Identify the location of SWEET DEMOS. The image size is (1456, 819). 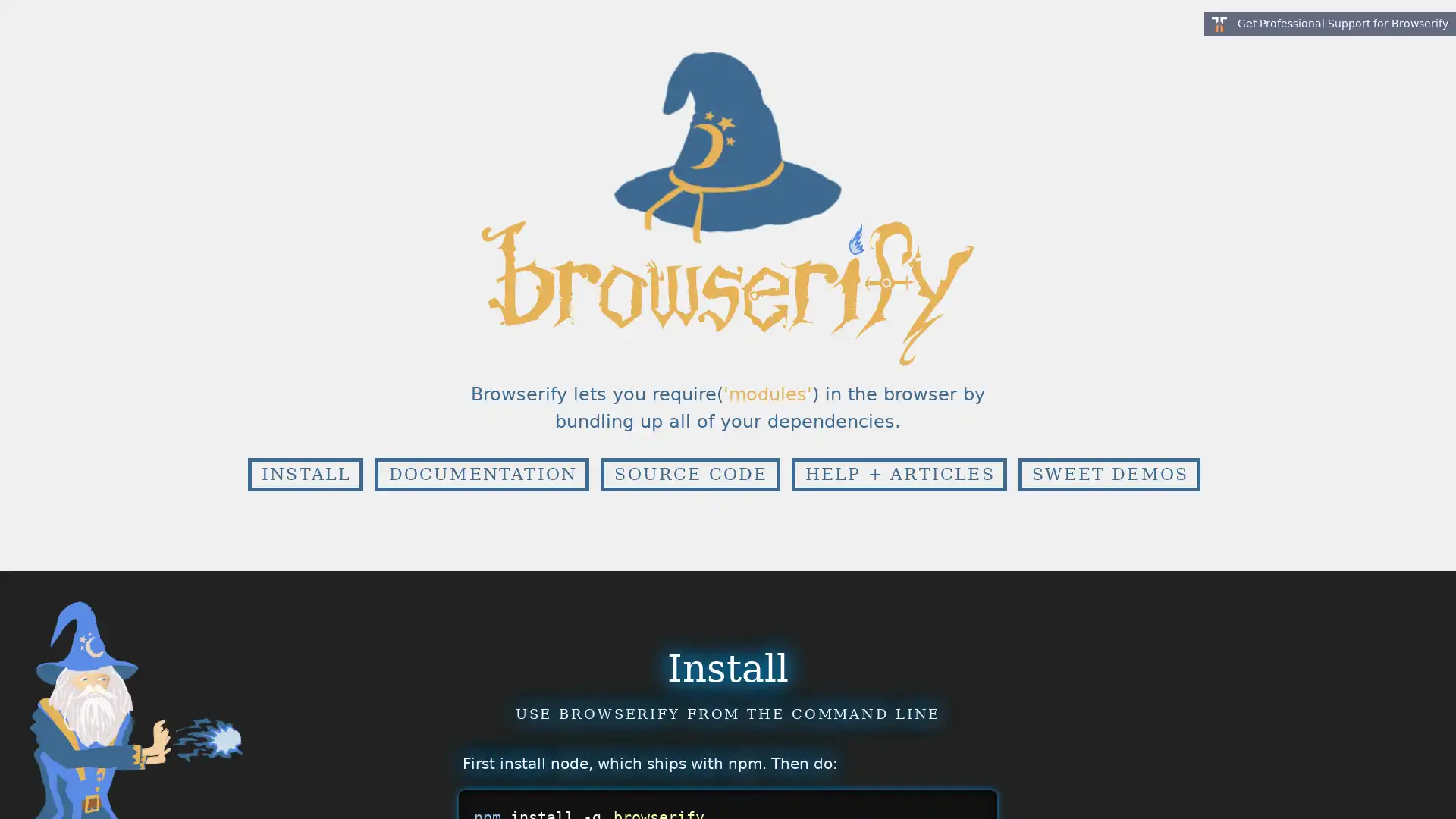
(1109, 473).